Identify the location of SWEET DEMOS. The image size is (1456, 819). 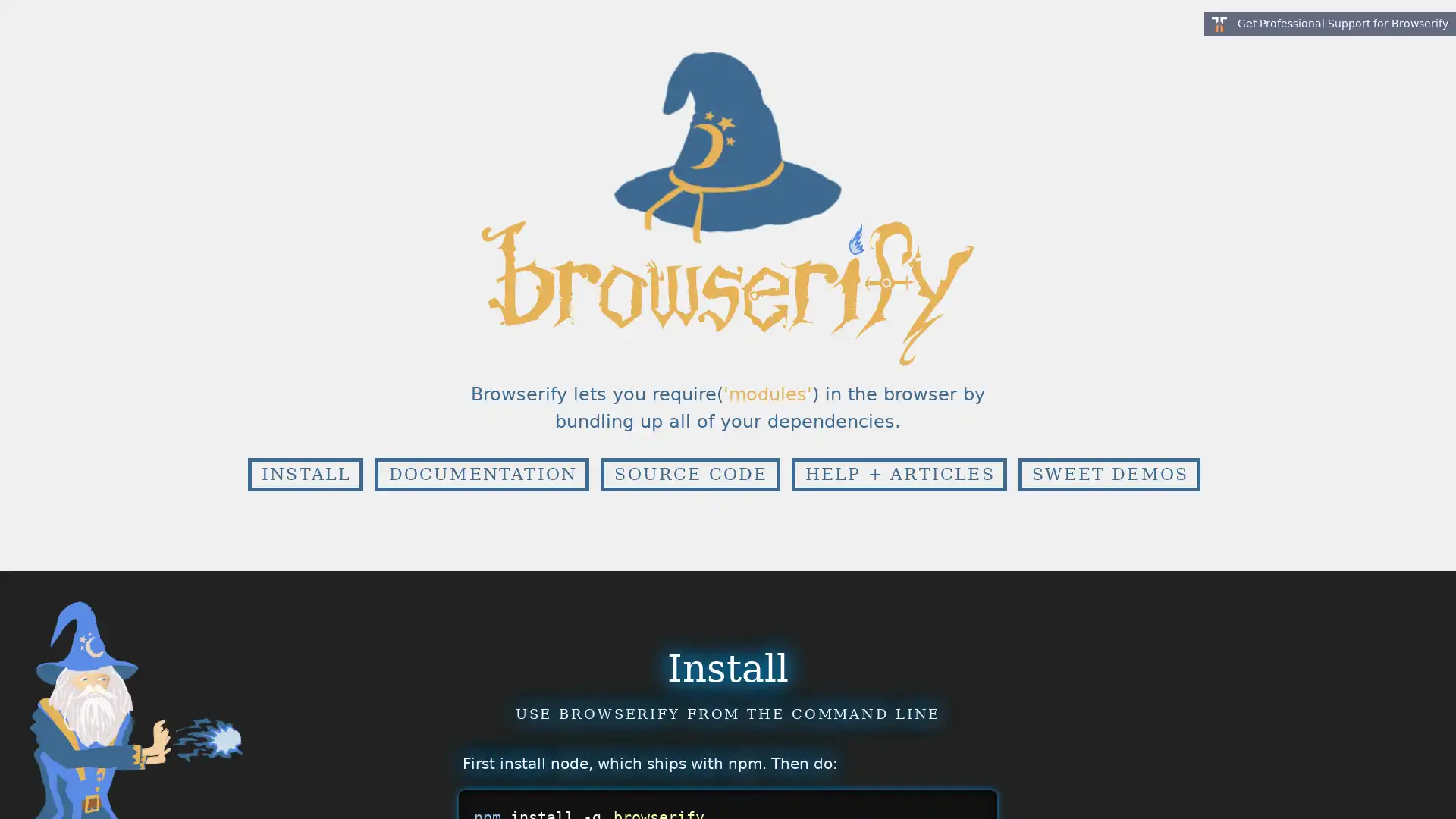
(1109, 473).